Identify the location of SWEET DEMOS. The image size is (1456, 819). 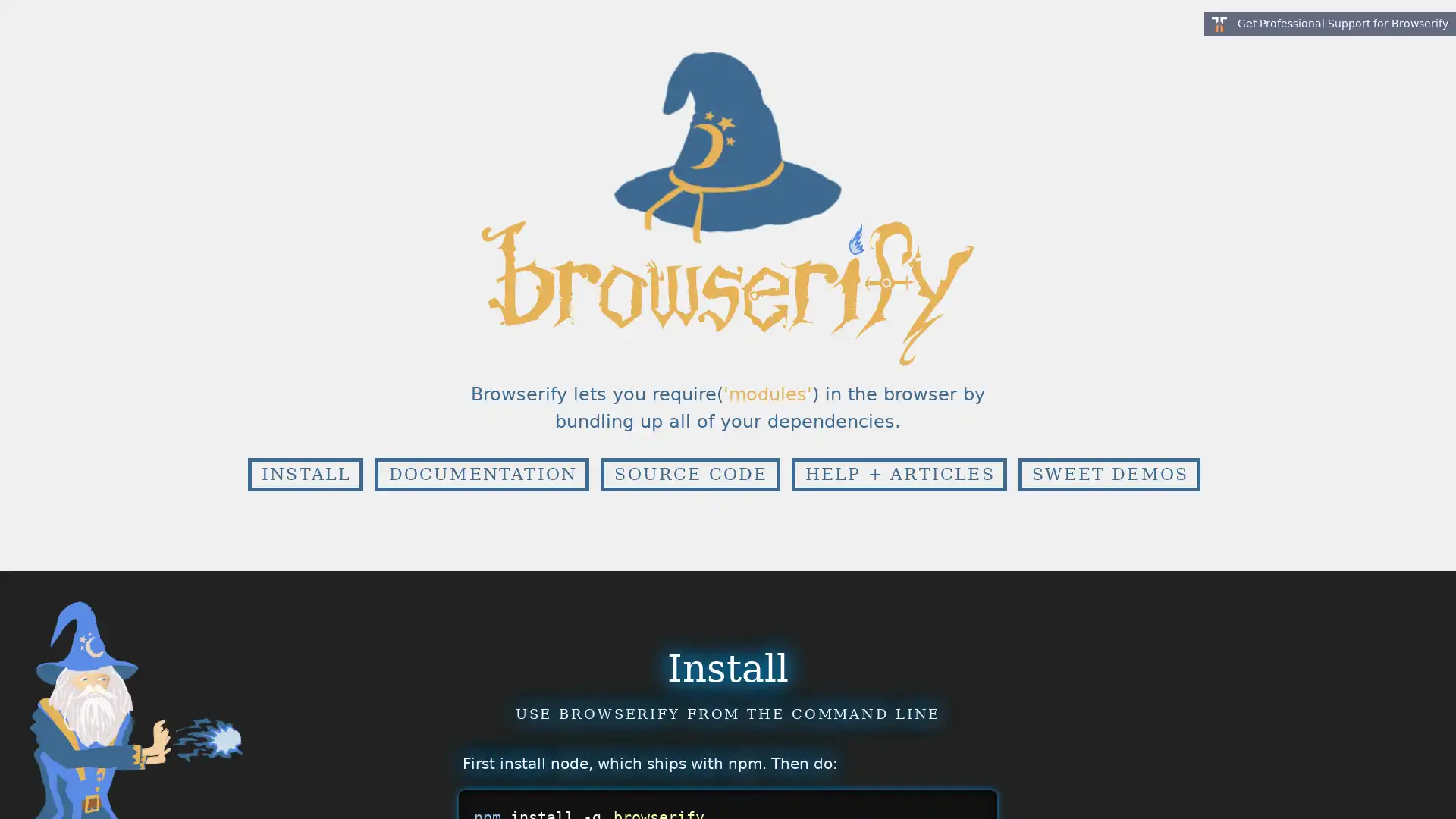
(1109, 473).